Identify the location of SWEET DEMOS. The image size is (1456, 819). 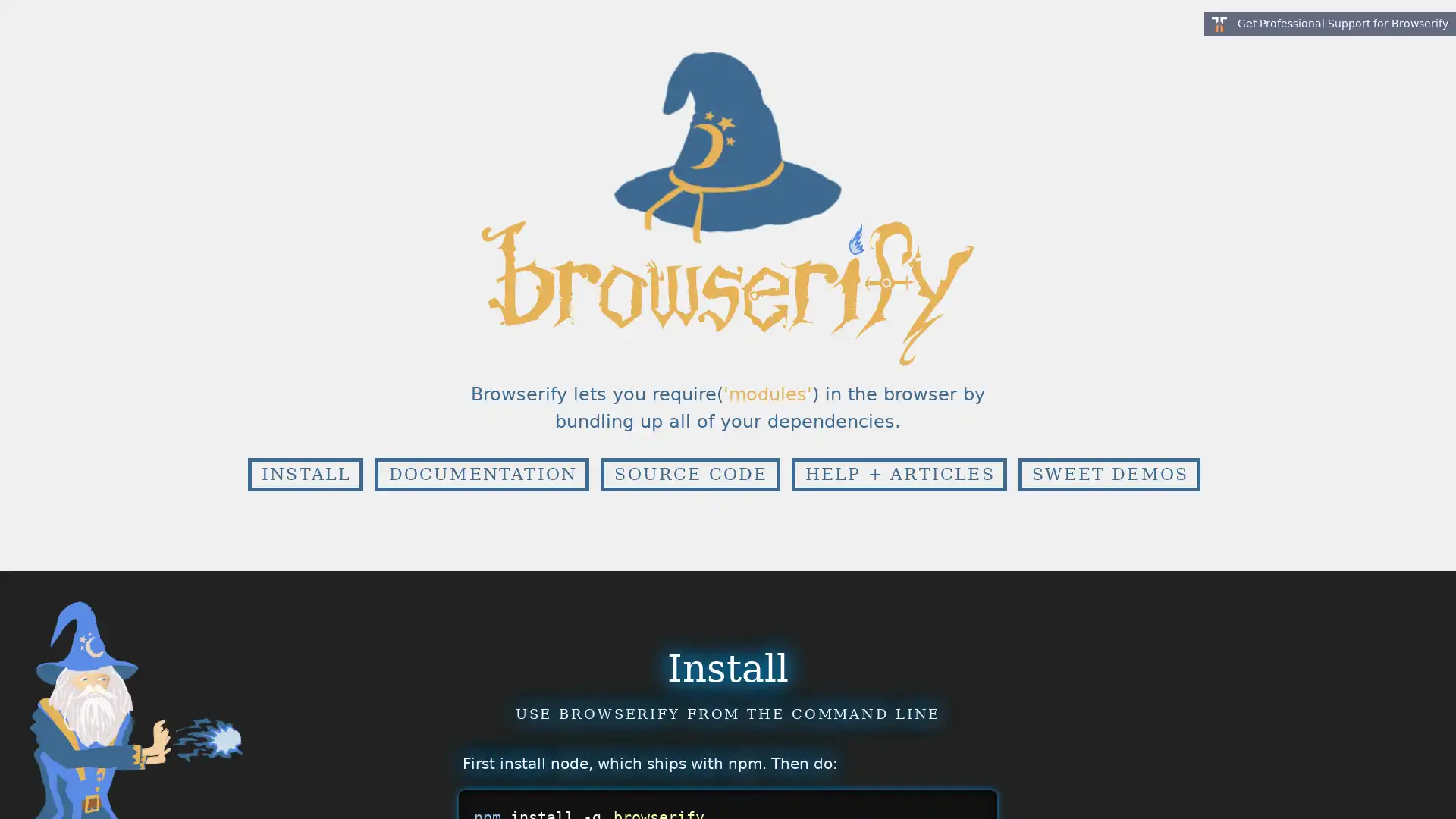
(1109, 473).